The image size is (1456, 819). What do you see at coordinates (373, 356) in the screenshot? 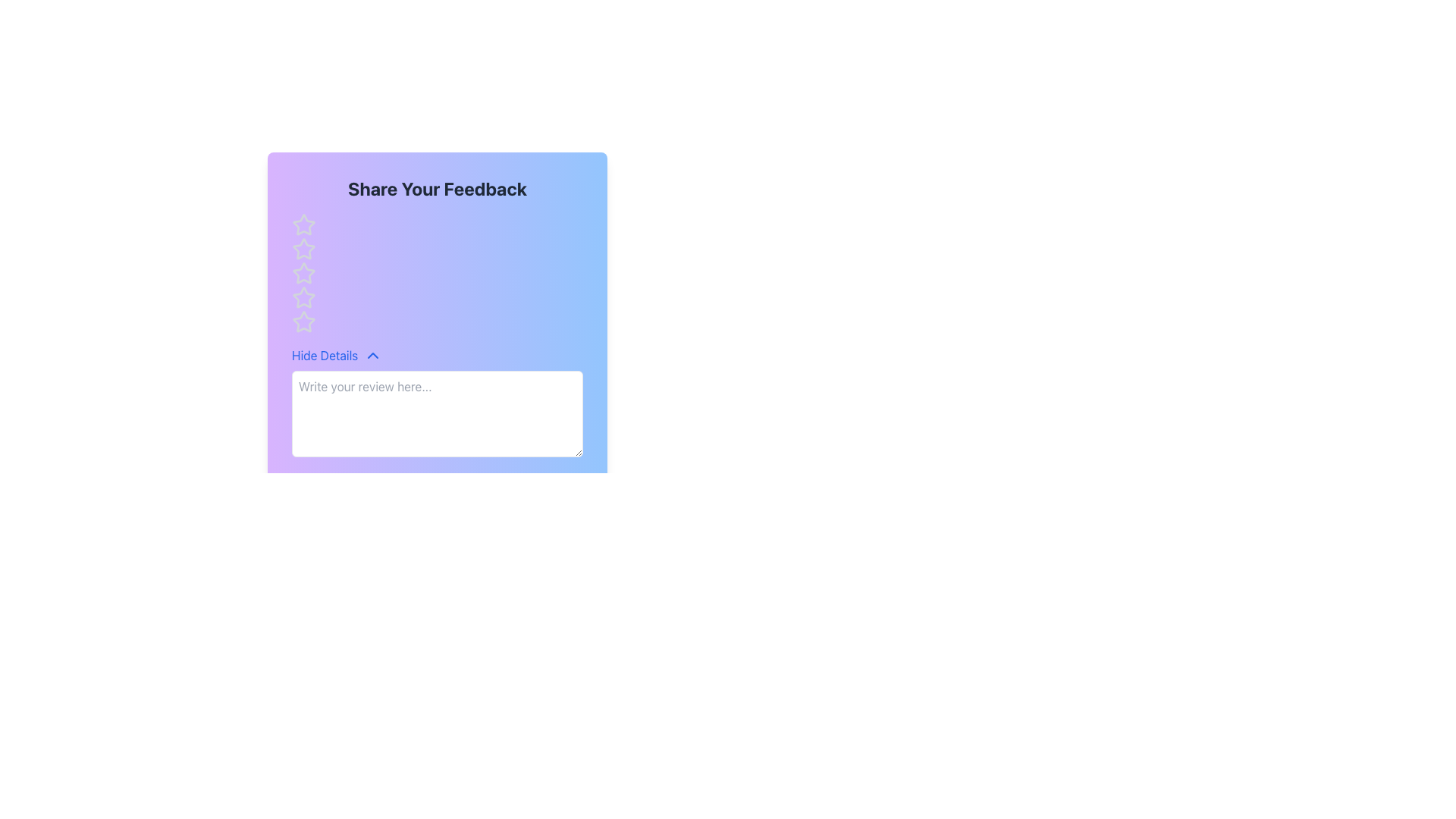
I see `the upward-pointing chevron icon next to the 'Hide Details' text` at bounding box center [373, 356].